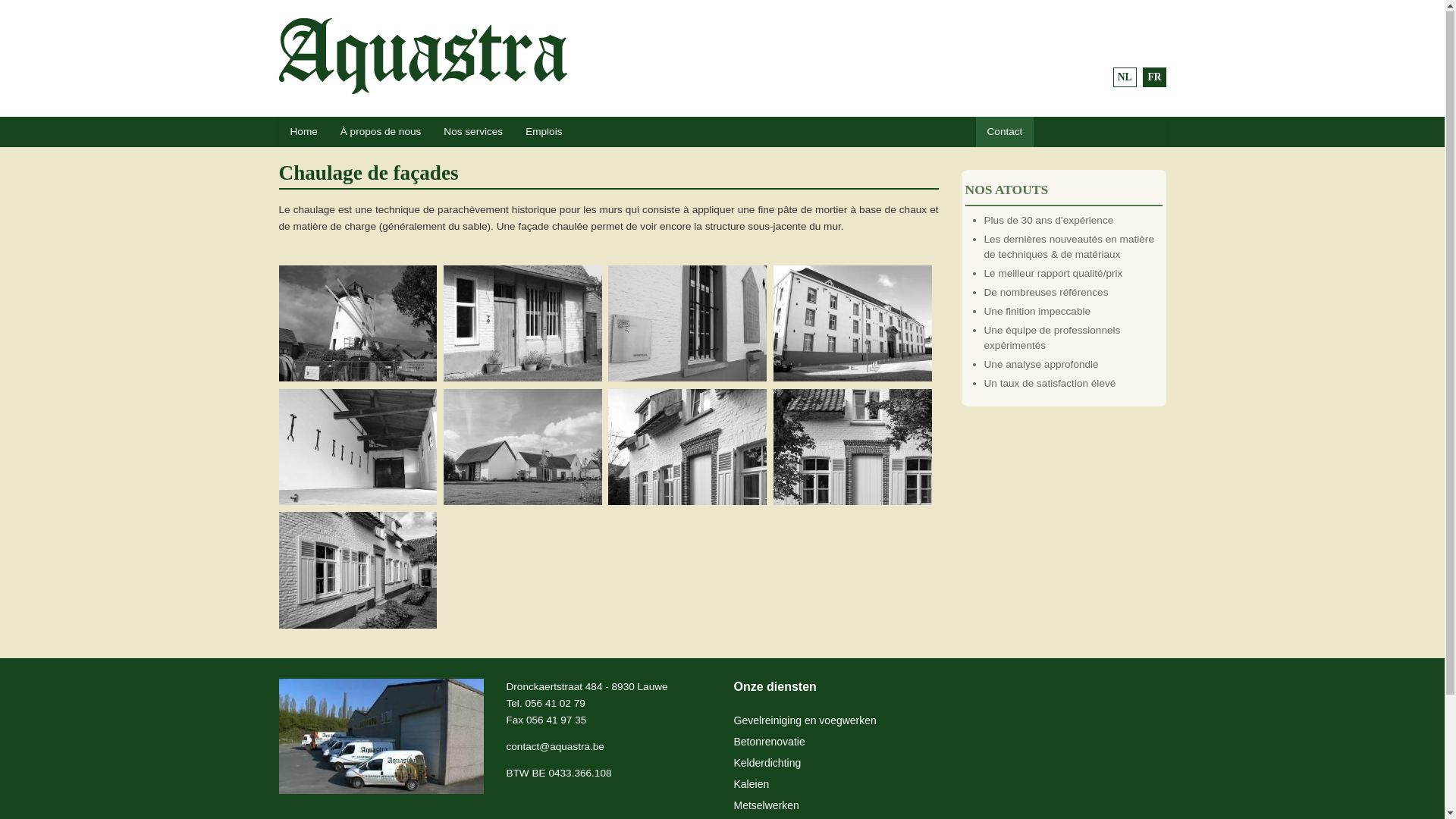 The image size is (1456, 819). Describe the element at coordinates (975, 131) in the screenshot. I see `'Contact'` at that location.